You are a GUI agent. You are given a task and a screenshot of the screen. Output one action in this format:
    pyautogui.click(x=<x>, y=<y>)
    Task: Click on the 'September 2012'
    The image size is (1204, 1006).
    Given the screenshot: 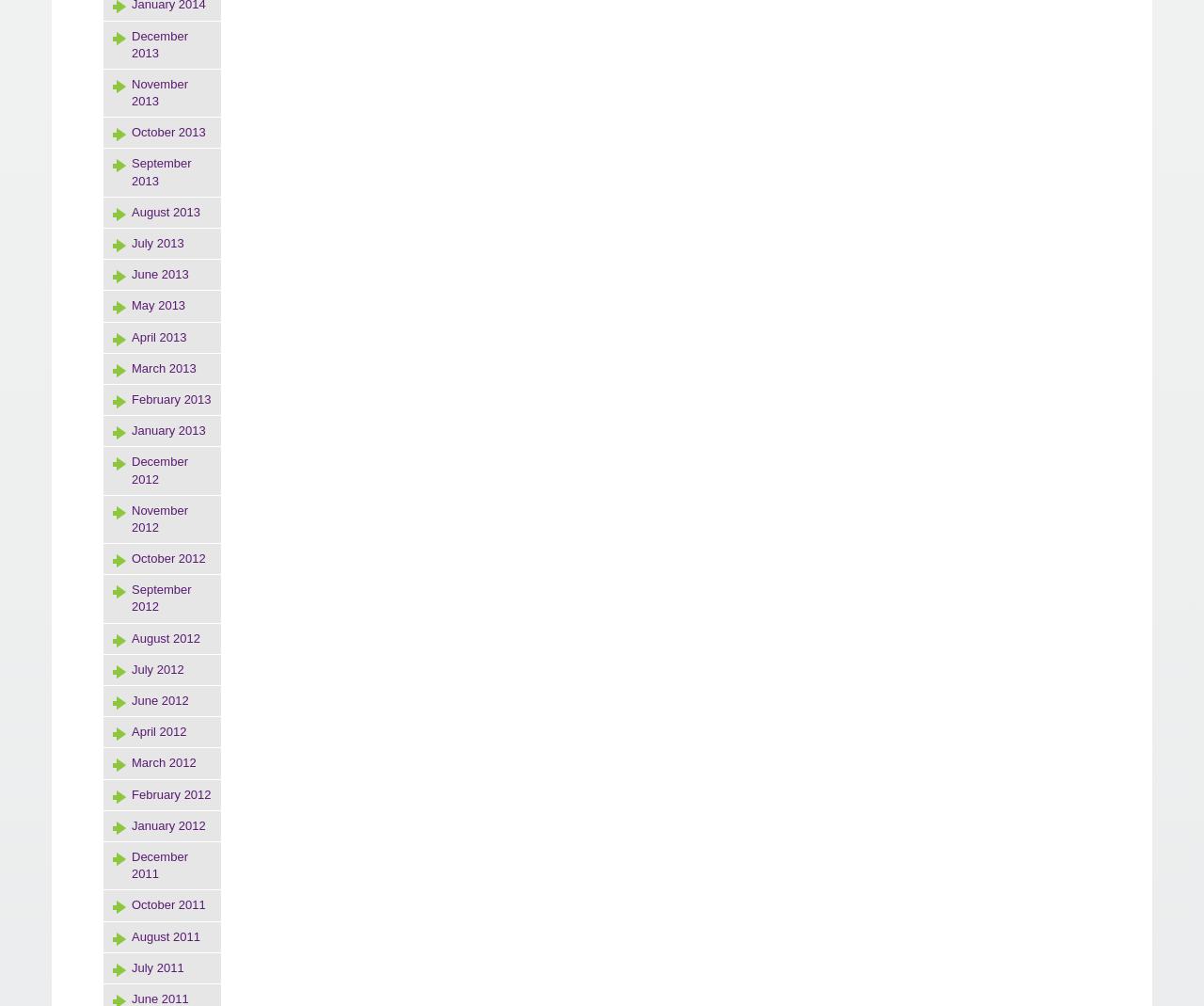 What is the action you would take?
    pyautogui.click(x=161, y=598)
    